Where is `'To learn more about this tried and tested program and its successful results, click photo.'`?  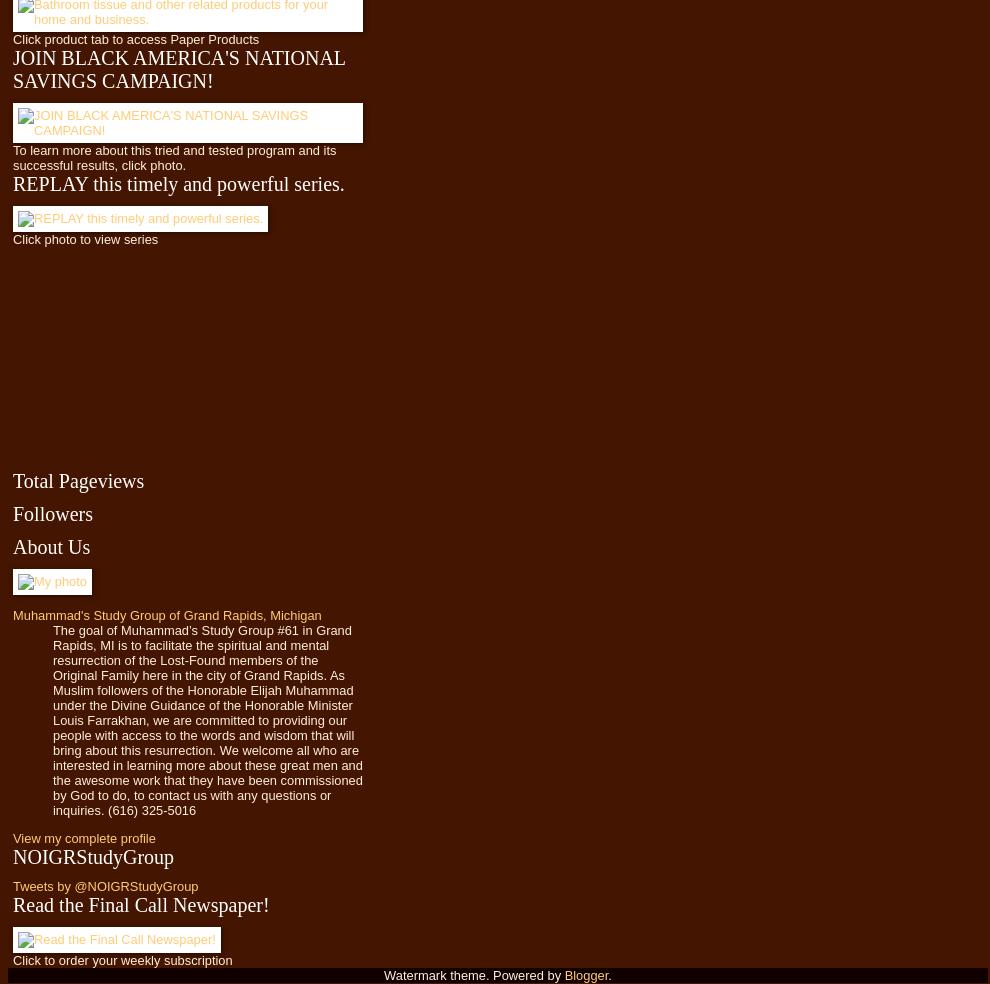
'To learn more about this tried and tested program and its successful results, click photo.' is located at coordinates (11, 157).